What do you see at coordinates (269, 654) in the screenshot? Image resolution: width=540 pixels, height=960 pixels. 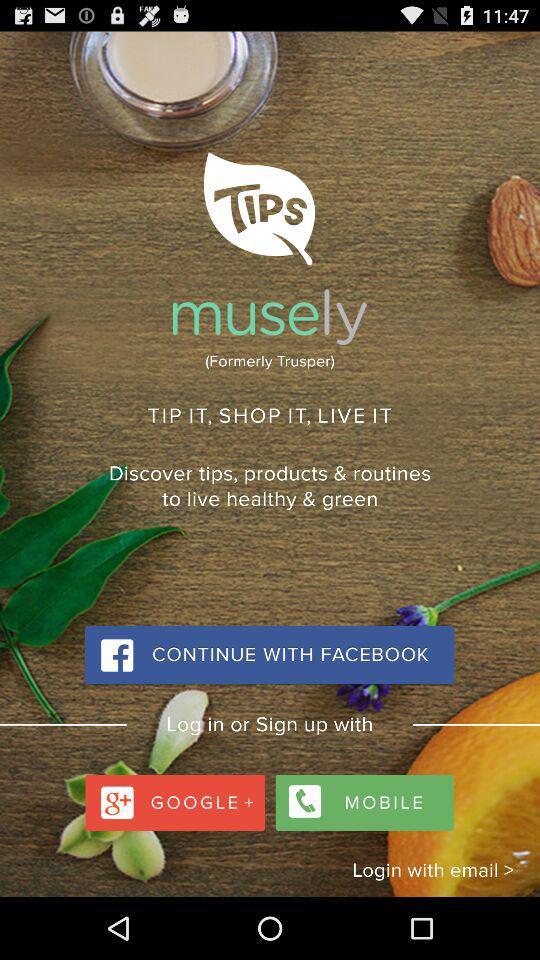 I see `continue` at bounding box center [269, 654].